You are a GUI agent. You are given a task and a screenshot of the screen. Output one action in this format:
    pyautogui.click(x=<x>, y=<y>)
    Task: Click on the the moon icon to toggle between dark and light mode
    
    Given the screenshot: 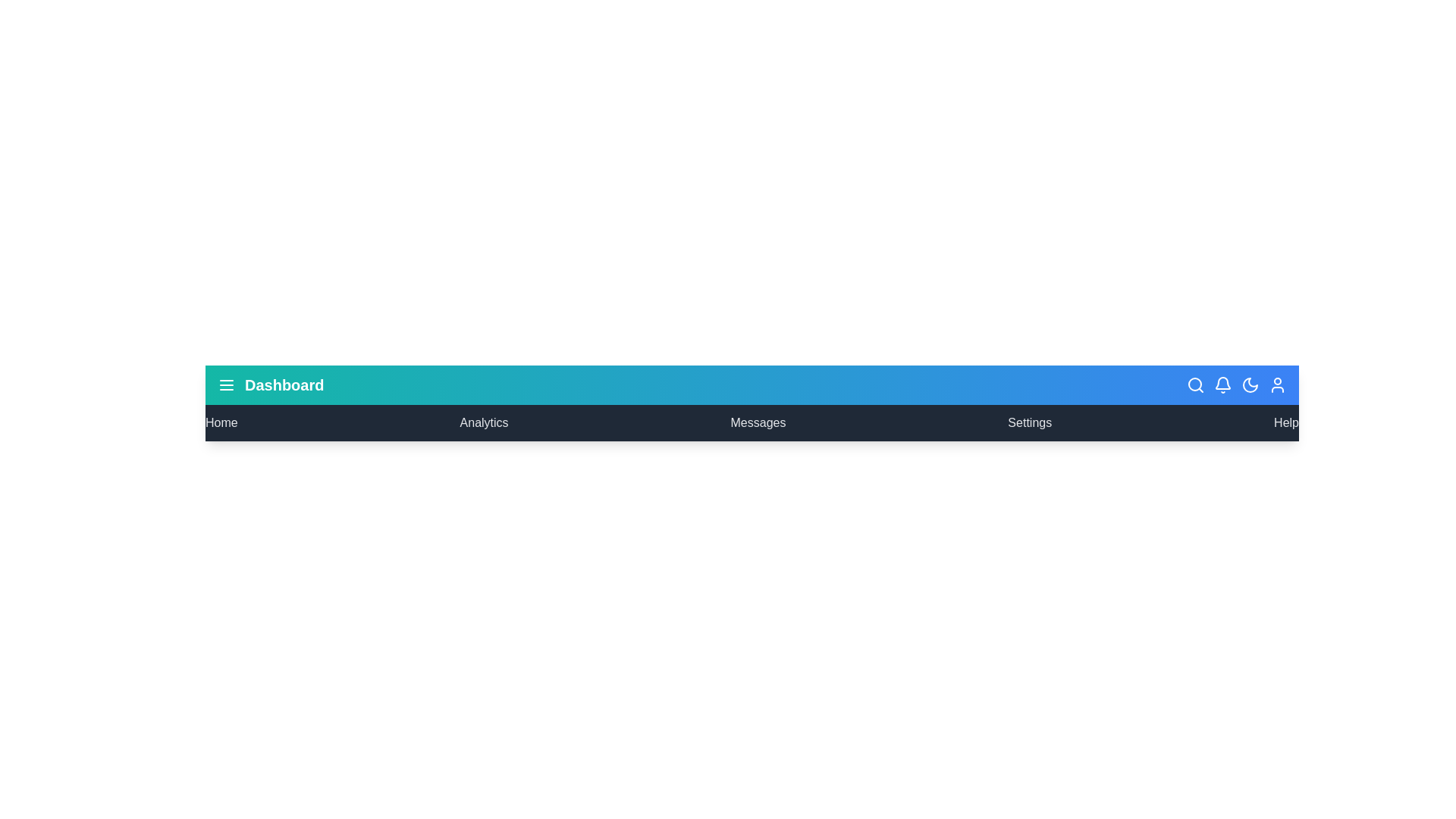 What is the action you would take?
    pyautogui.click(x=1250, y=384)
    